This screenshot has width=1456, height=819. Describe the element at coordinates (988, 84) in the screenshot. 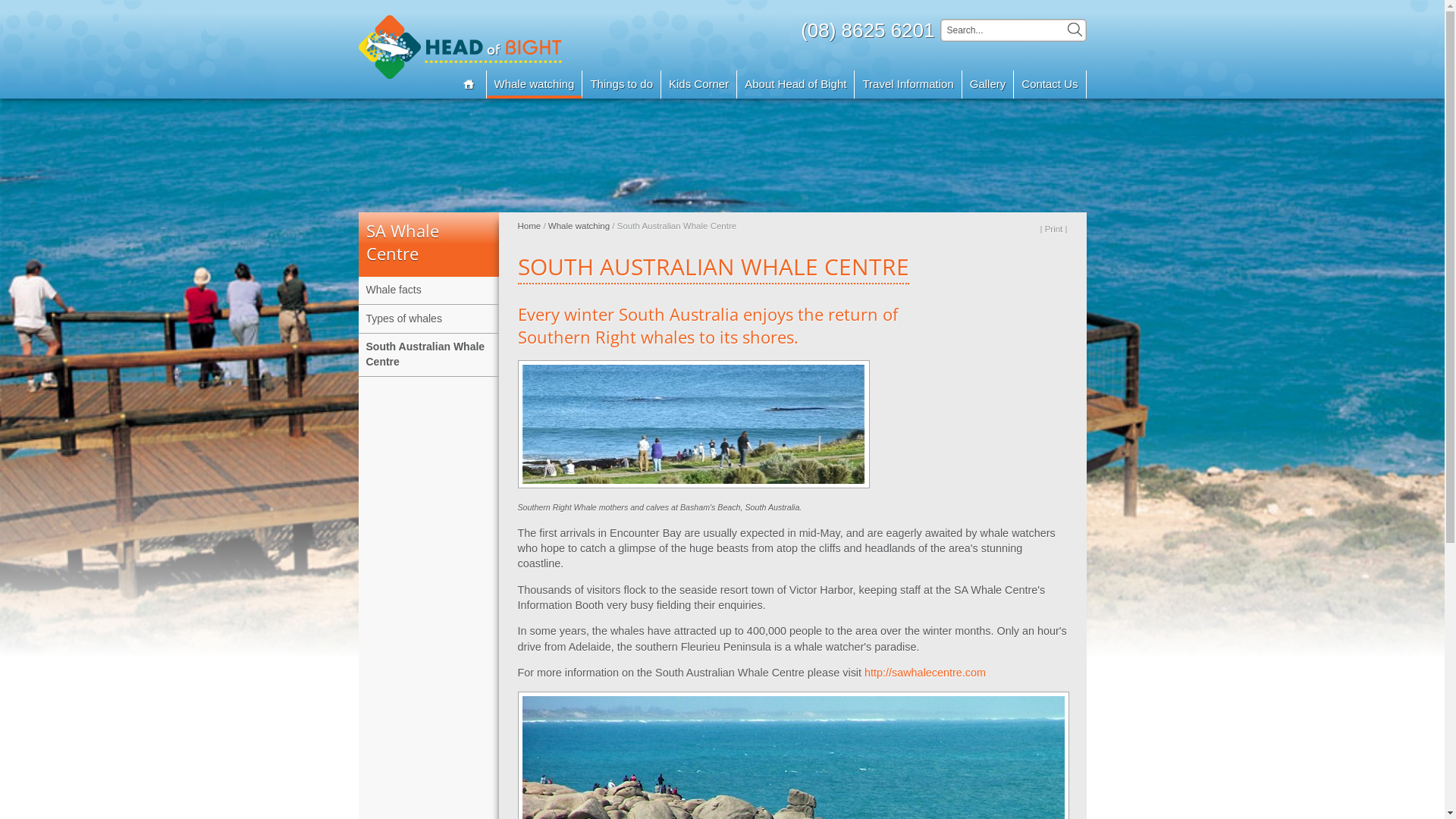

I see `'Gallery'` at that location.